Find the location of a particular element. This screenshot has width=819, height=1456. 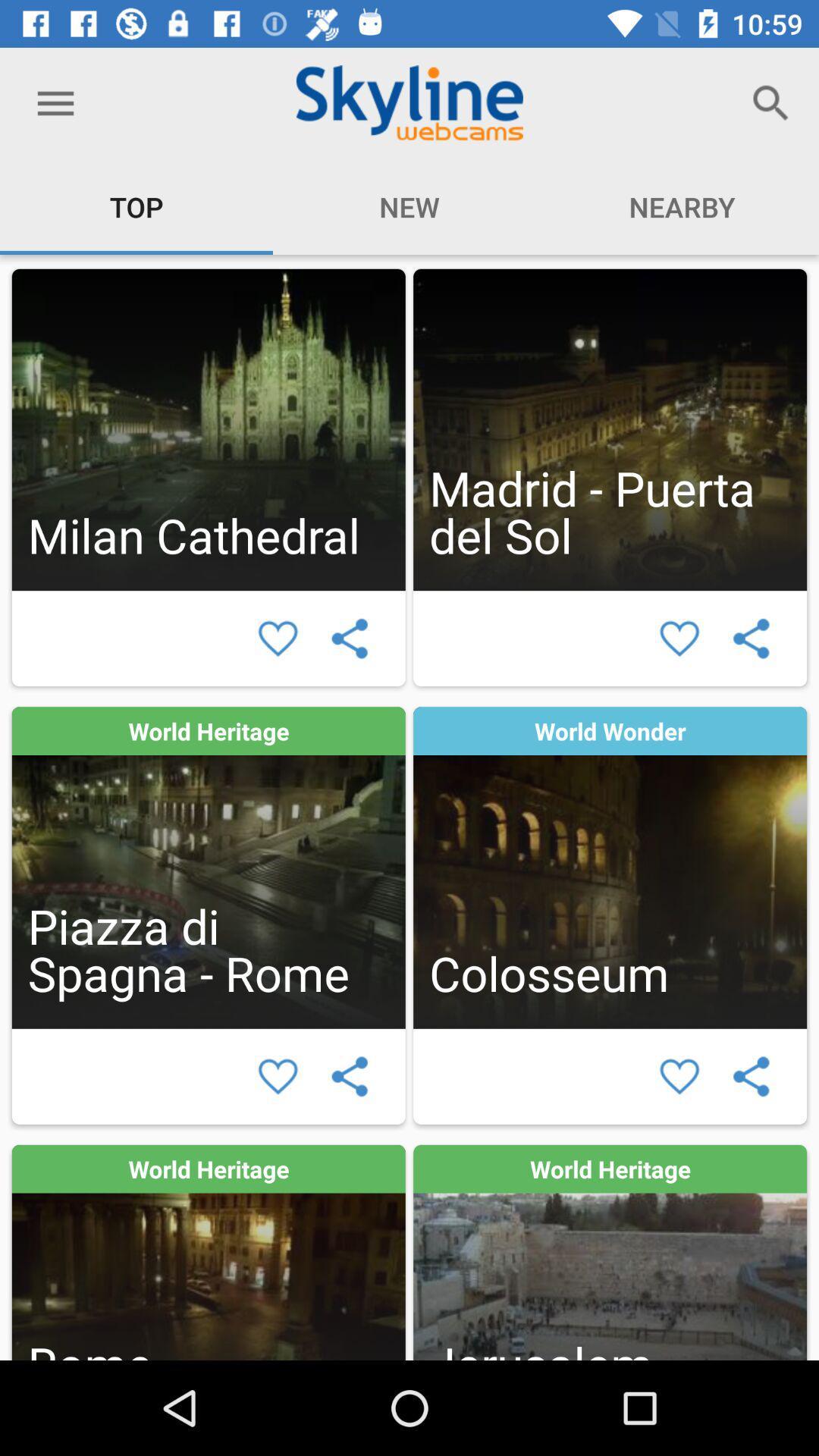

the picture is located at coordinates (278, 639).